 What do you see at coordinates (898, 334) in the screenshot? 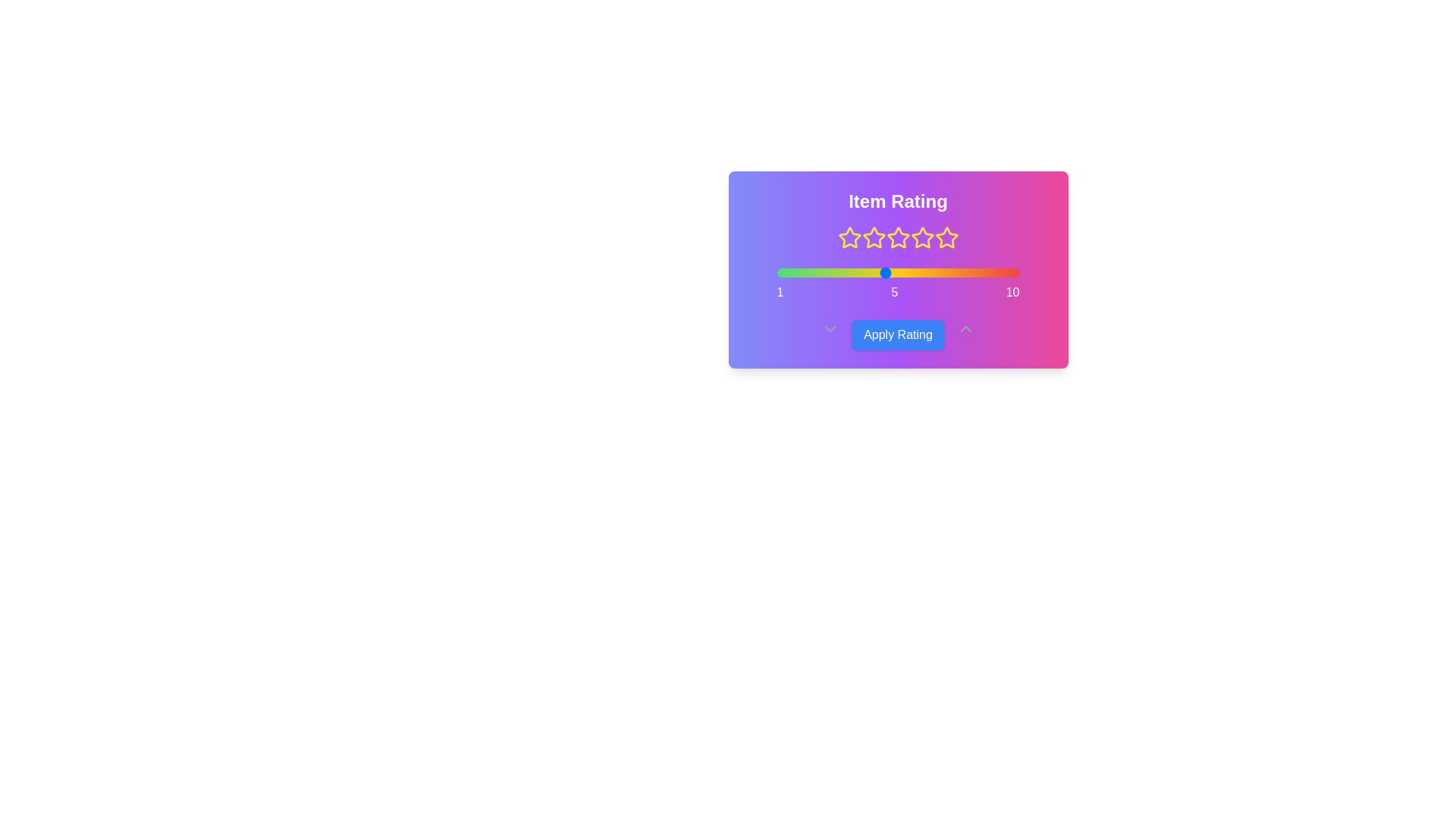
I see `the 'Apply Rating' button to submit the rating` at bounding box center [898, 334].